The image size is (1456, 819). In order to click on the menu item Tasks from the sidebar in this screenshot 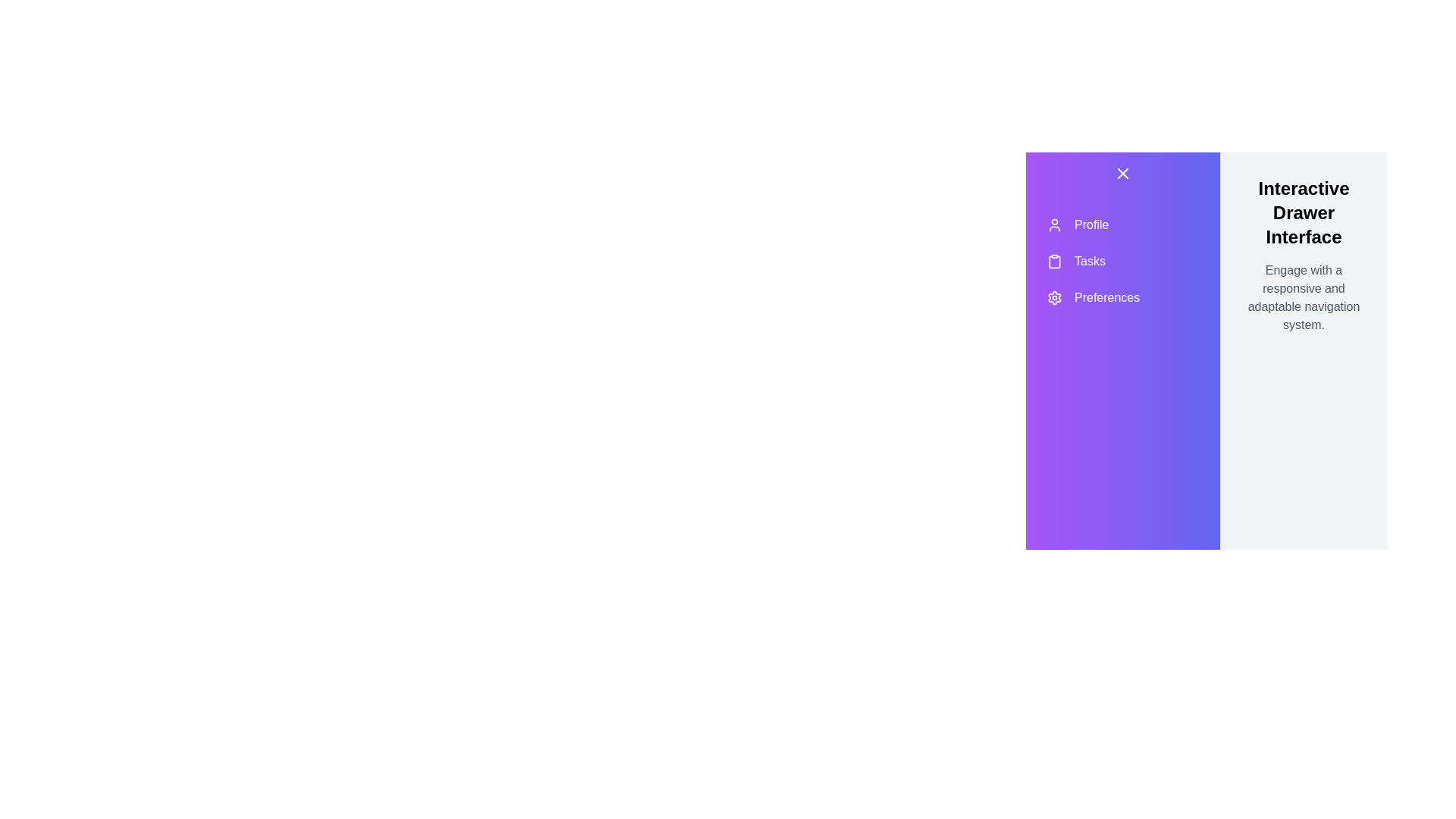, I will do `click(1123, 260)`.